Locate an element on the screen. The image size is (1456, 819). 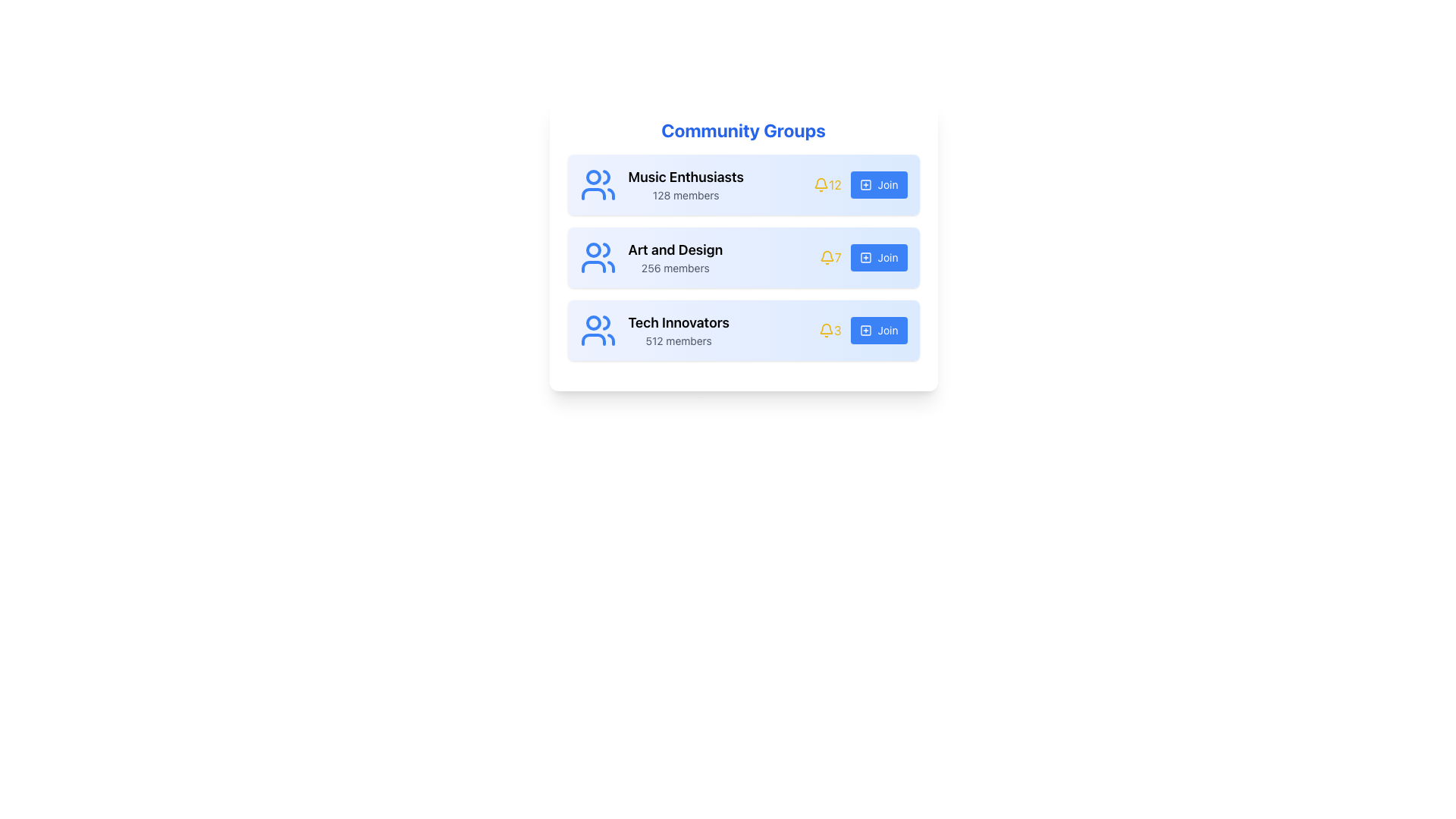
the 'Join Art and Design' button, which is the last element in the group row, positioned to the right of the bell icon and member count is located at coordinates (879, 256).